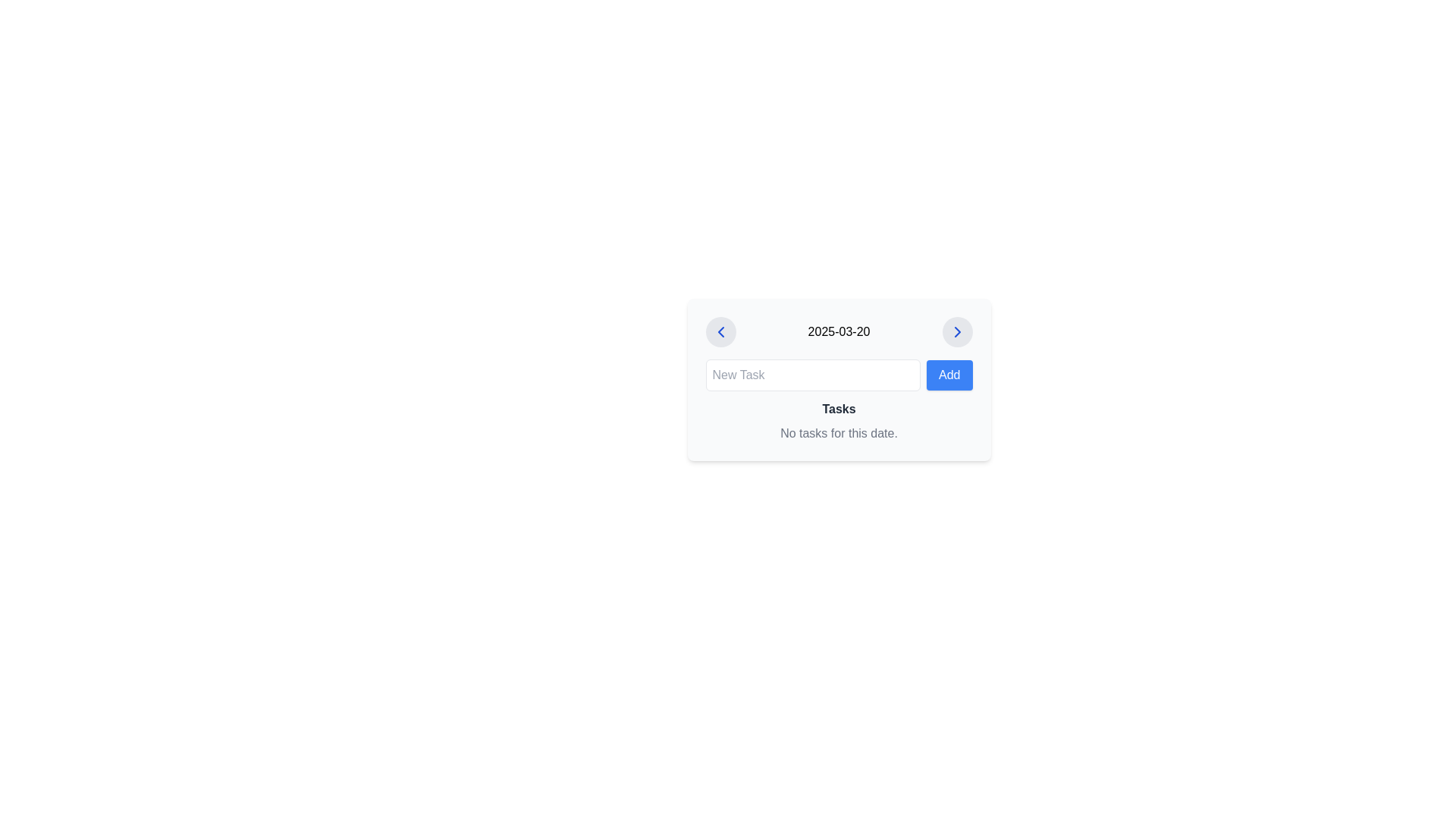 This screenshot has height=819, width=1456. I want to click on the date Text Label displayed in 'YYYY-MM-DD' format, which is centrally located between two arrow-like navigation icons, so click(838, 331).